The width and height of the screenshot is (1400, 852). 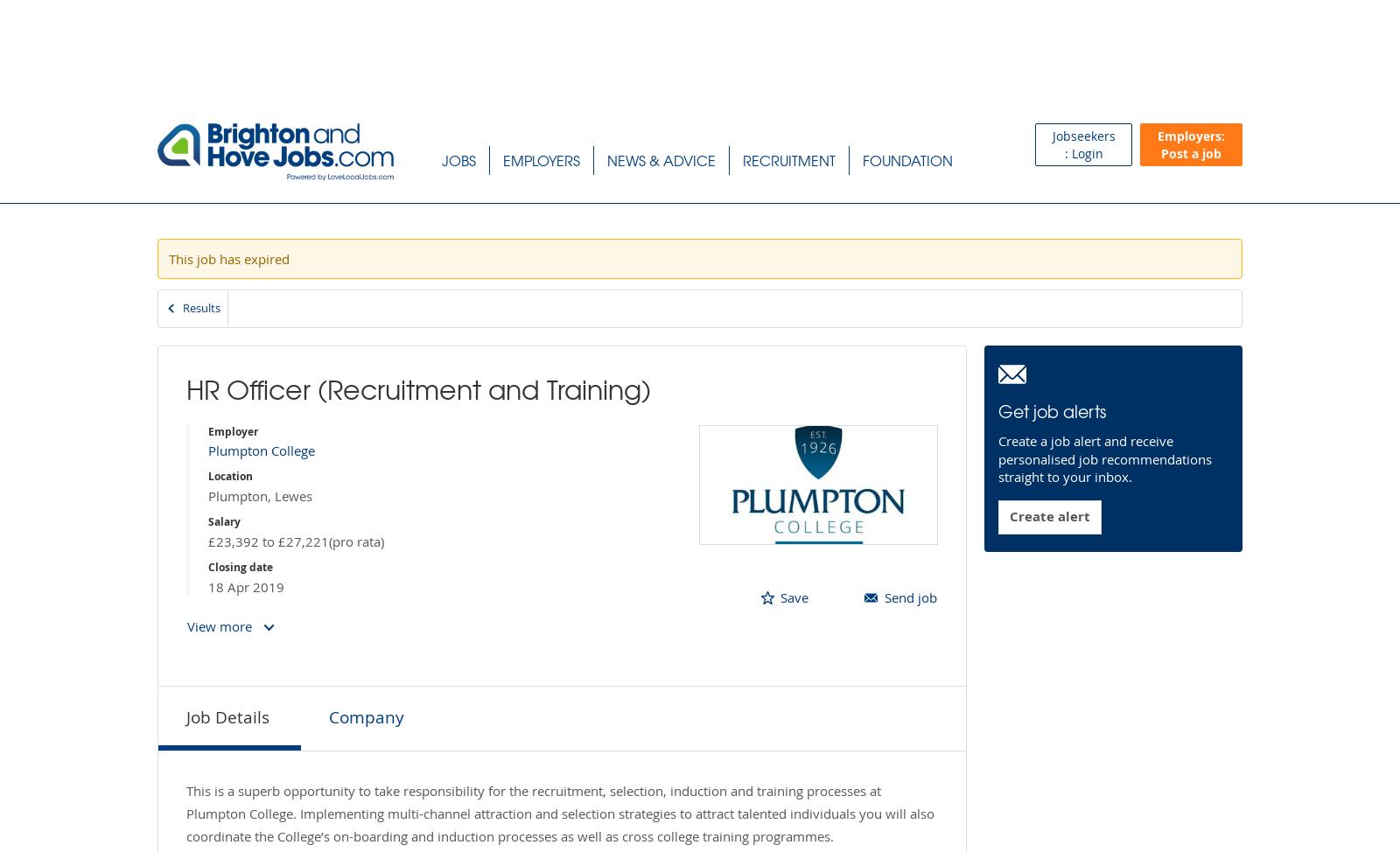 What do you see at coordinates (229, 257) in the screenshot?
I see `'This job has expired'` at bounding box center [229, 257].